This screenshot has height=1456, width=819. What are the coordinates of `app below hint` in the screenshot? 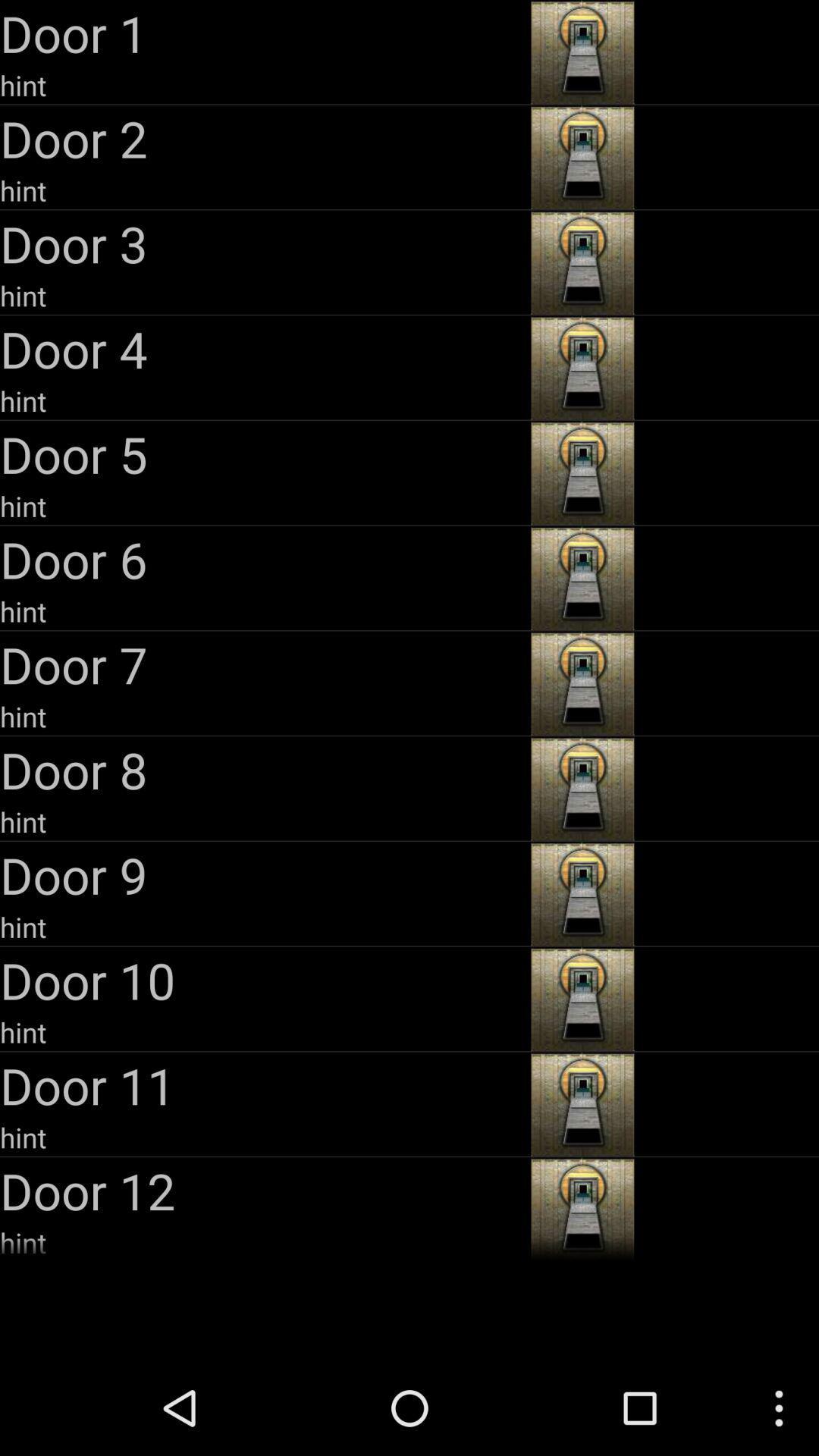 It's located at (262, 453).